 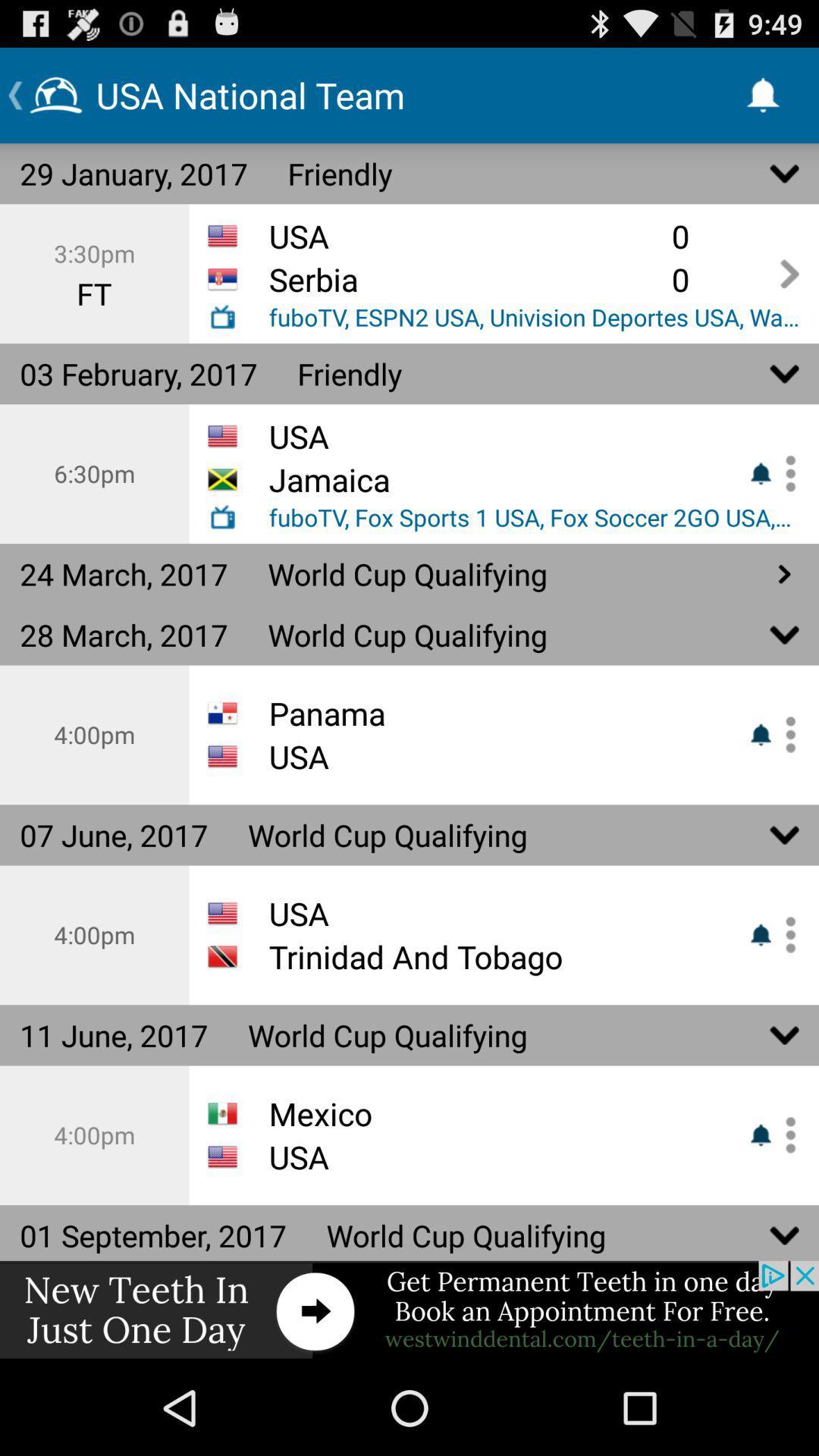 I want to click on subscribe, so click(x=785, y=1135).